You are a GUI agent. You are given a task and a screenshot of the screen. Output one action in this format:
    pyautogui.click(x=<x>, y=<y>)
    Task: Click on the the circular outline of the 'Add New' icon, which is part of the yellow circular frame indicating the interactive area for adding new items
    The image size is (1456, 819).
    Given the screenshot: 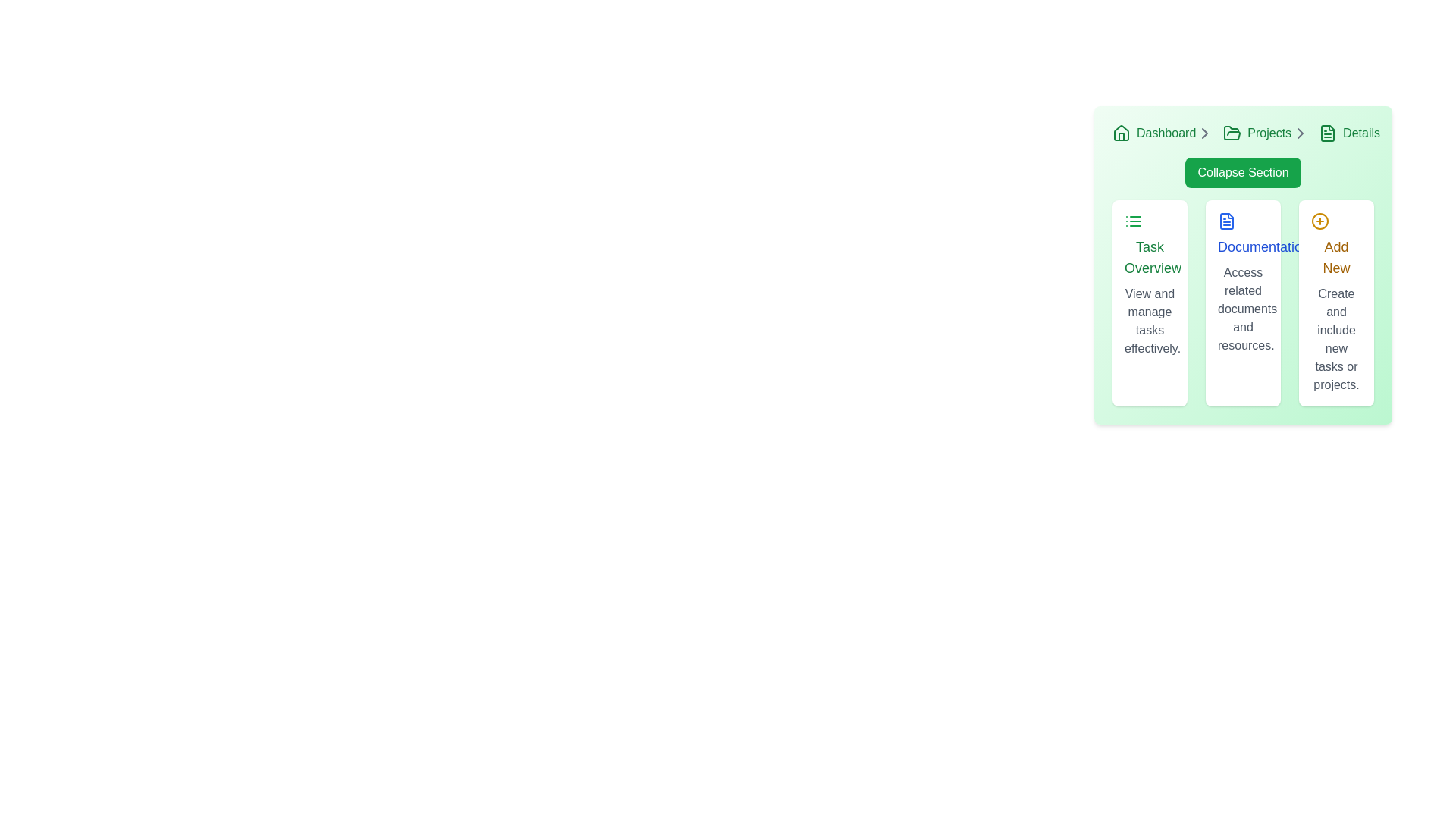 What is the action you would take?
    pyautogui.click(x=1319, y=221)
    